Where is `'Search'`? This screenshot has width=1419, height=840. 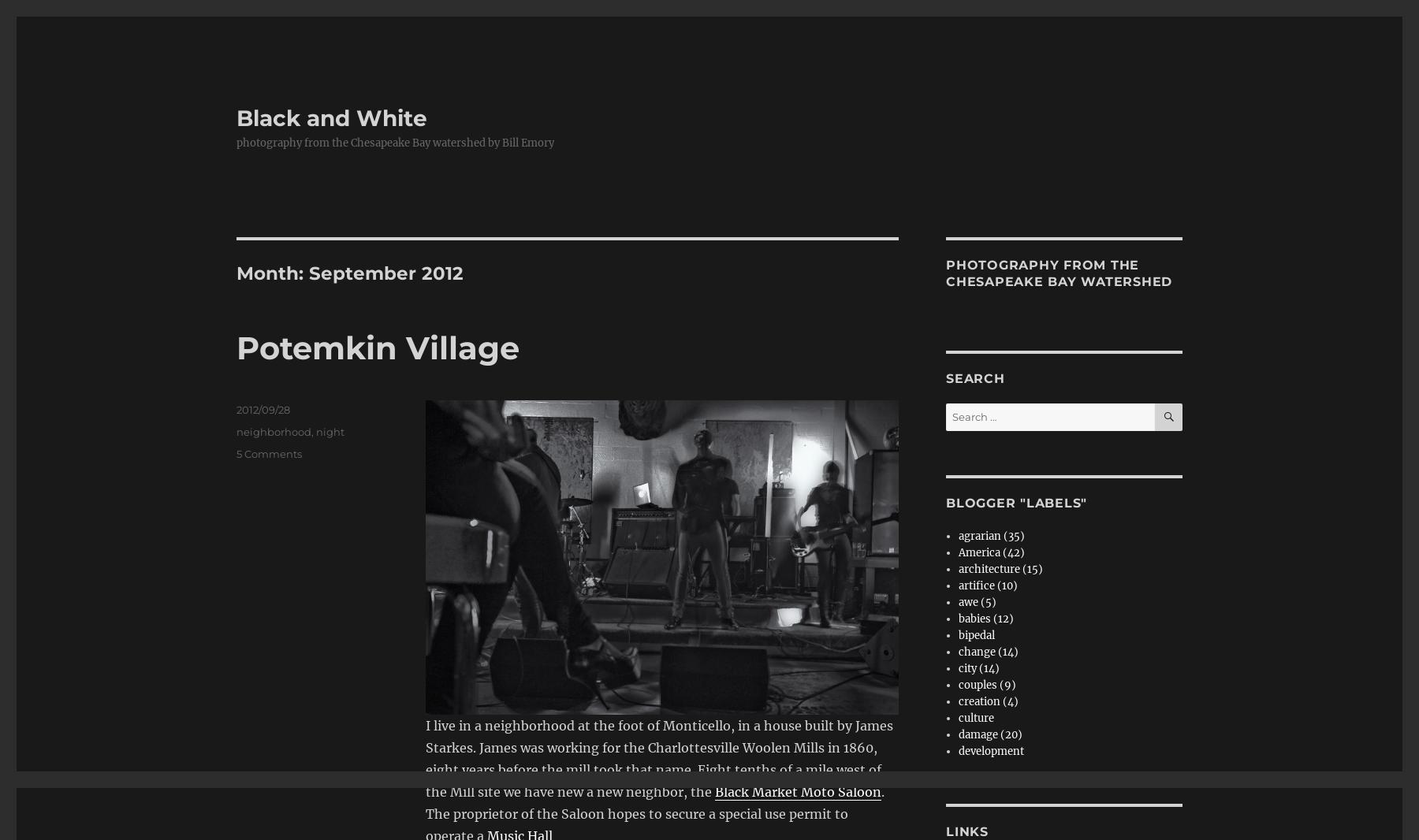
'Search' is located at coordinates (974, 378).